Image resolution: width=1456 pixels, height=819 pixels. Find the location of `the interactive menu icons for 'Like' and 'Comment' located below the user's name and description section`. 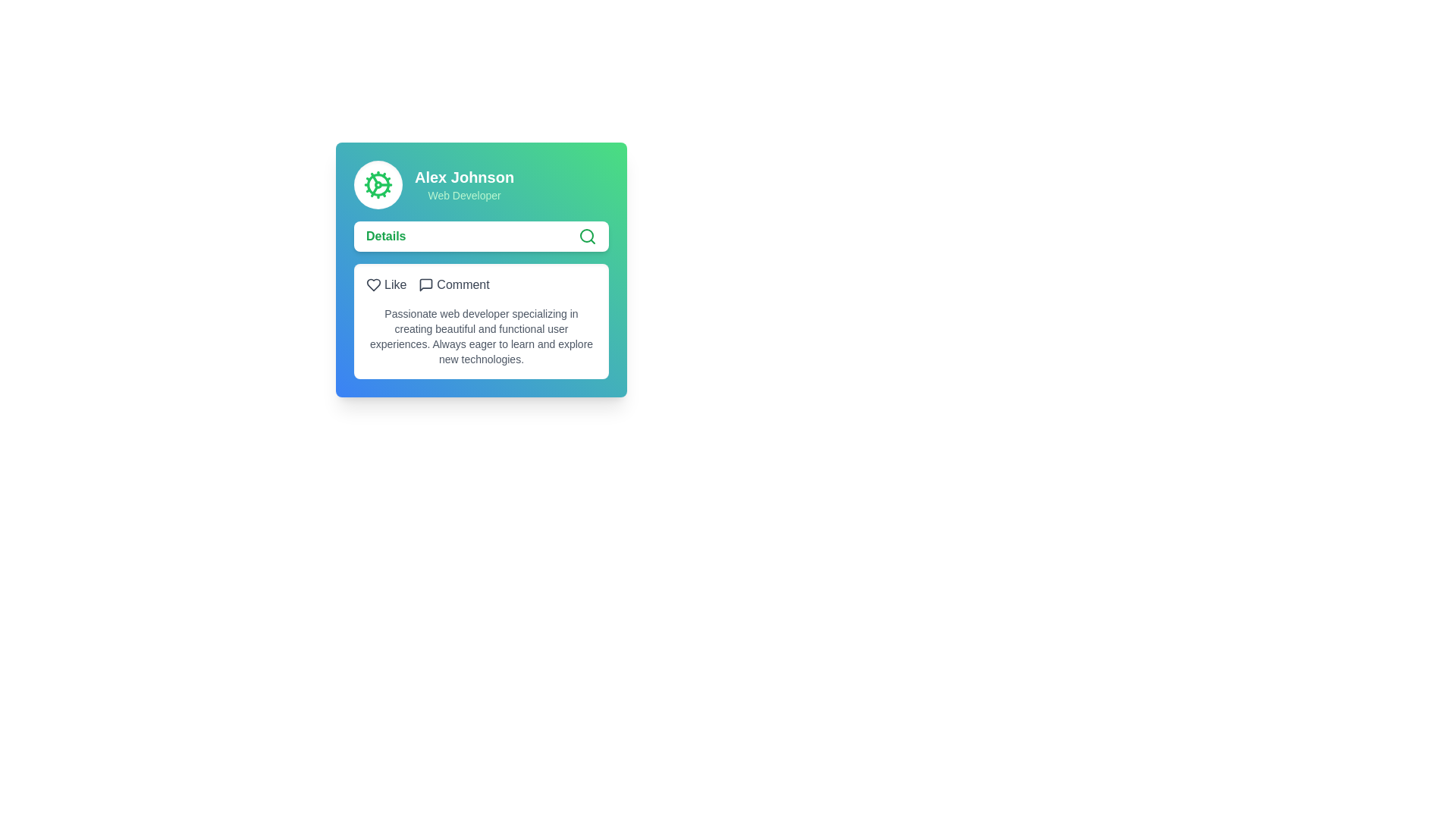

the interactive menu icons for 'Like' and 'Comment' located below the user's name and description section is located at coordinates (480, 284).